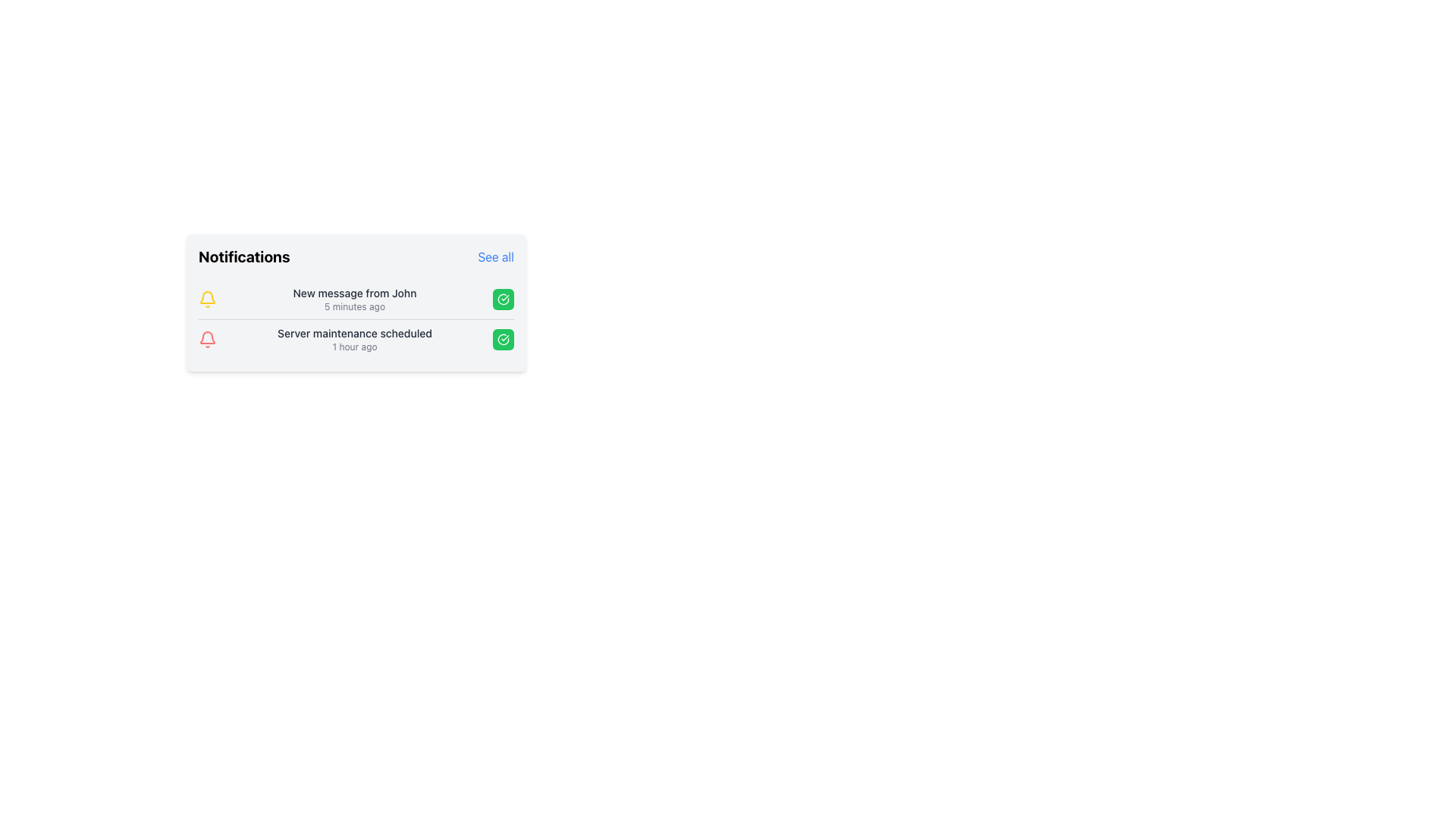  Describe the element at coordinates (206, 299) in the screenshot. I see `the bright yellow bell-shaped notification icon located to the left of the text 'New message from John' within the upper notification entry` at that location.